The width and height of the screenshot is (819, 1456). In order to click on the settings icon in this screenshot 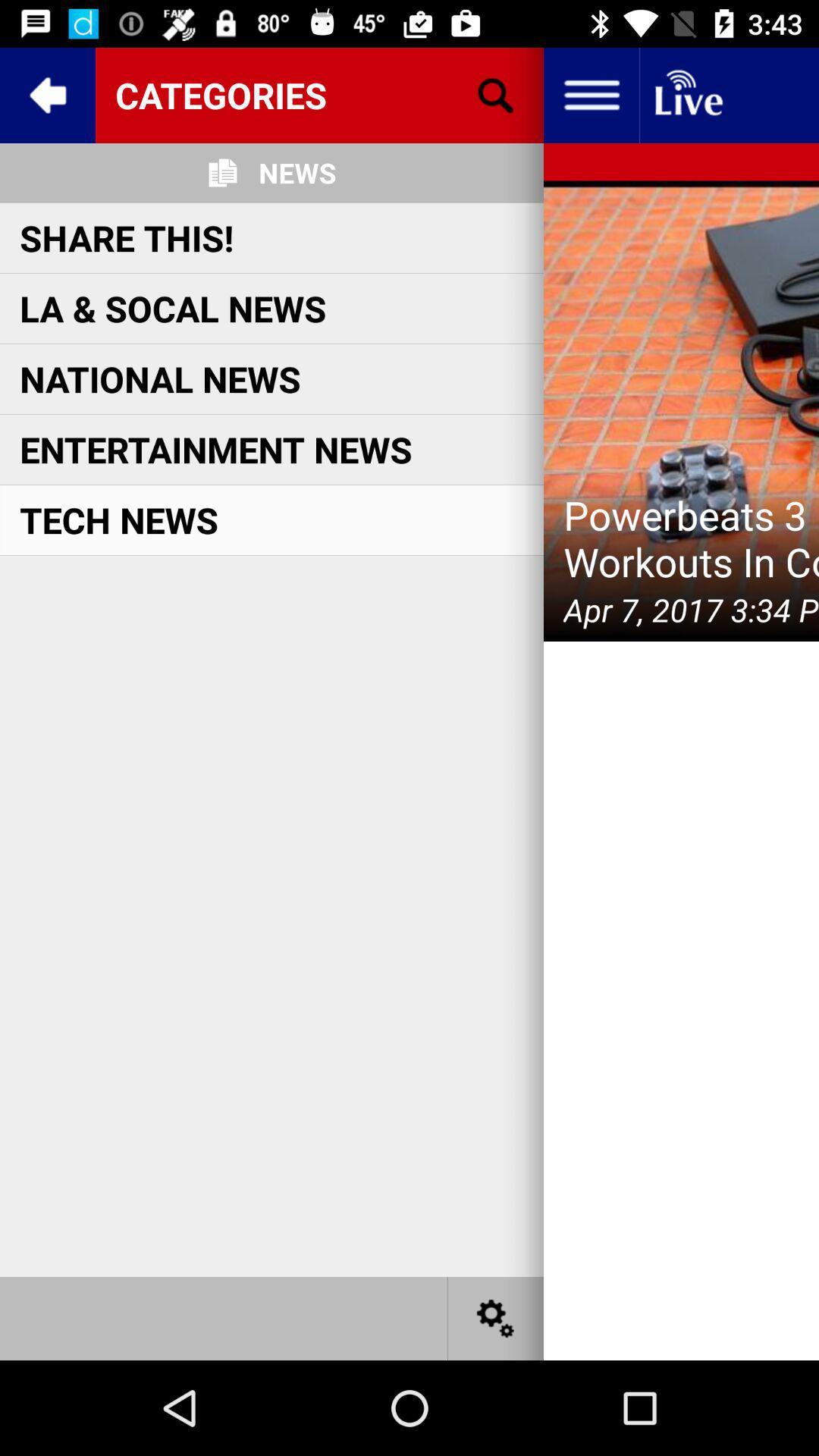, I will do `click(496, 1317)`.